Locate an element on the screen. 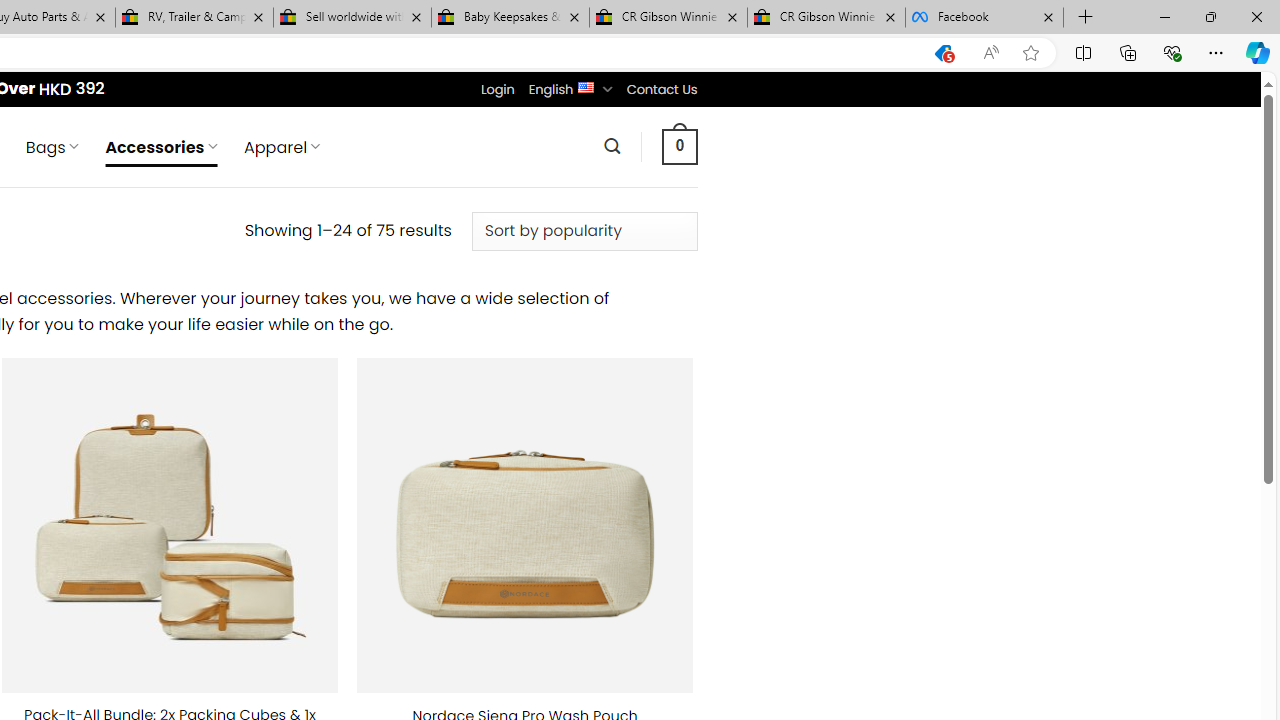 Image resolution: width=1280 pixels, height=720 pixels. 'RV, Trailer & Camper Steps & Ladders for sale | eBay' is located at coordinates (194, 17).